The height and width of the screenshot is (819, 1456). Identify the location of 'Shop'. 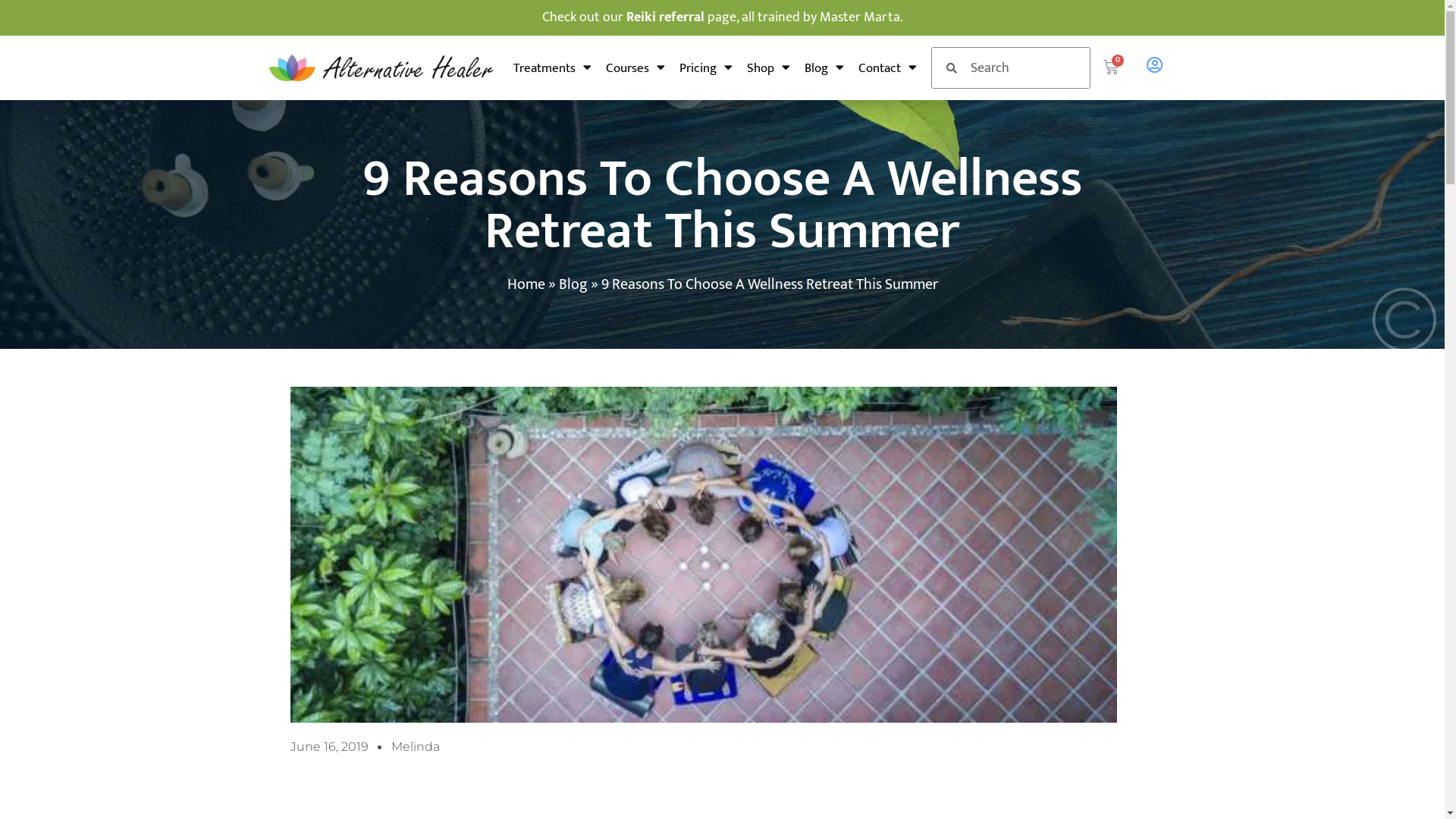
(768, 66).